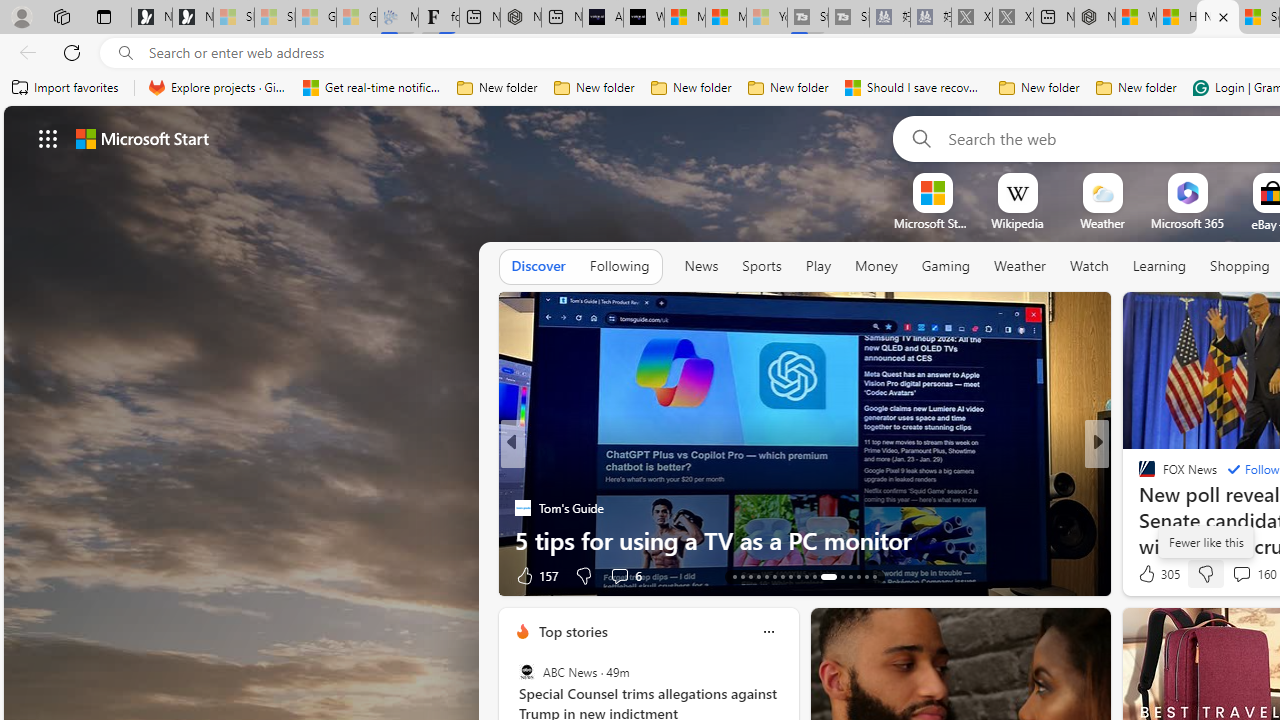 Image resolution: width=1280 pixels, height=720 pixels. I want to click on 'ABC News', so click(526, 672).